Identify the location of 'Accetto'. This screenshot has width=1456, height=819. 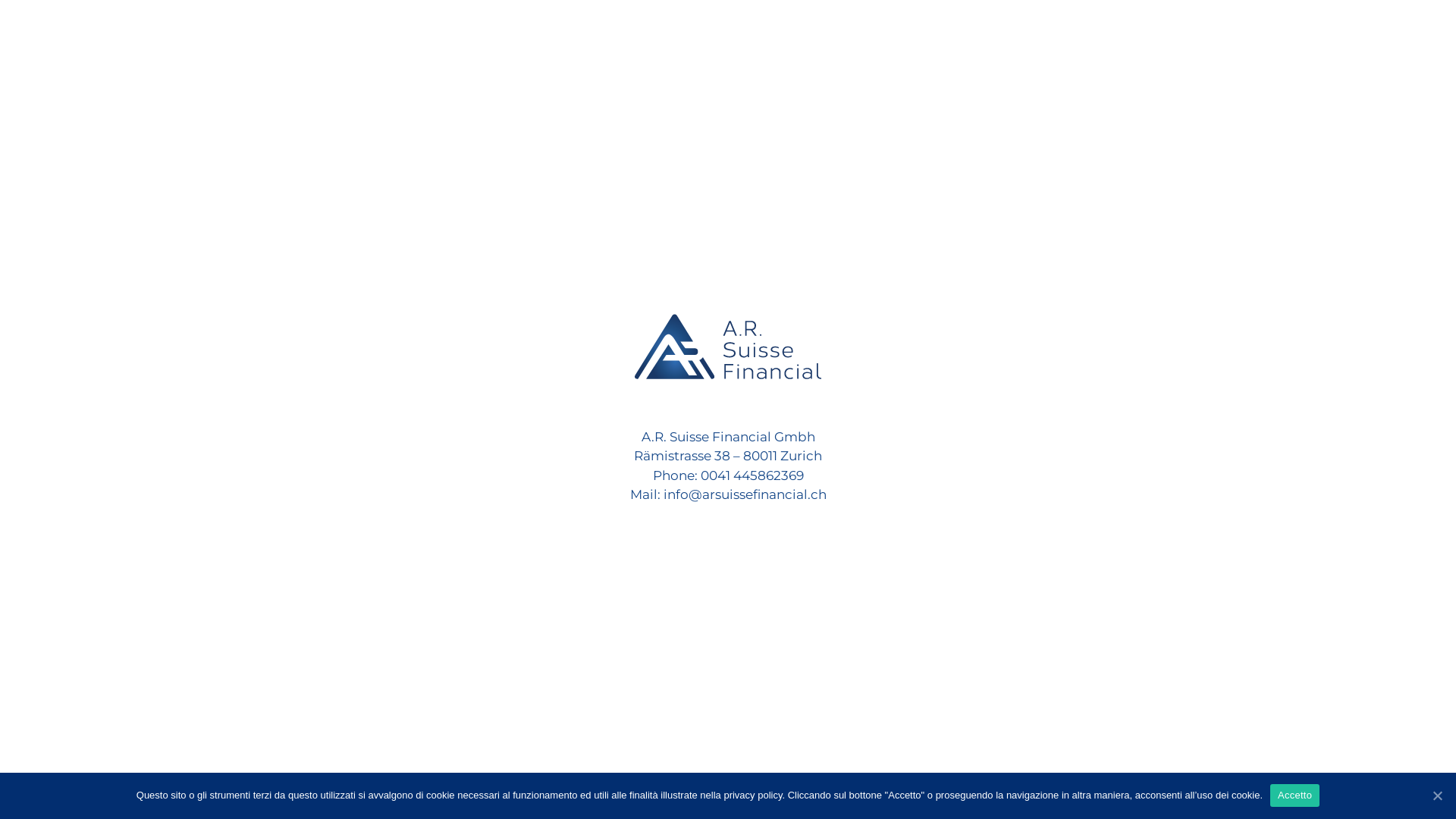
(1294, 795).